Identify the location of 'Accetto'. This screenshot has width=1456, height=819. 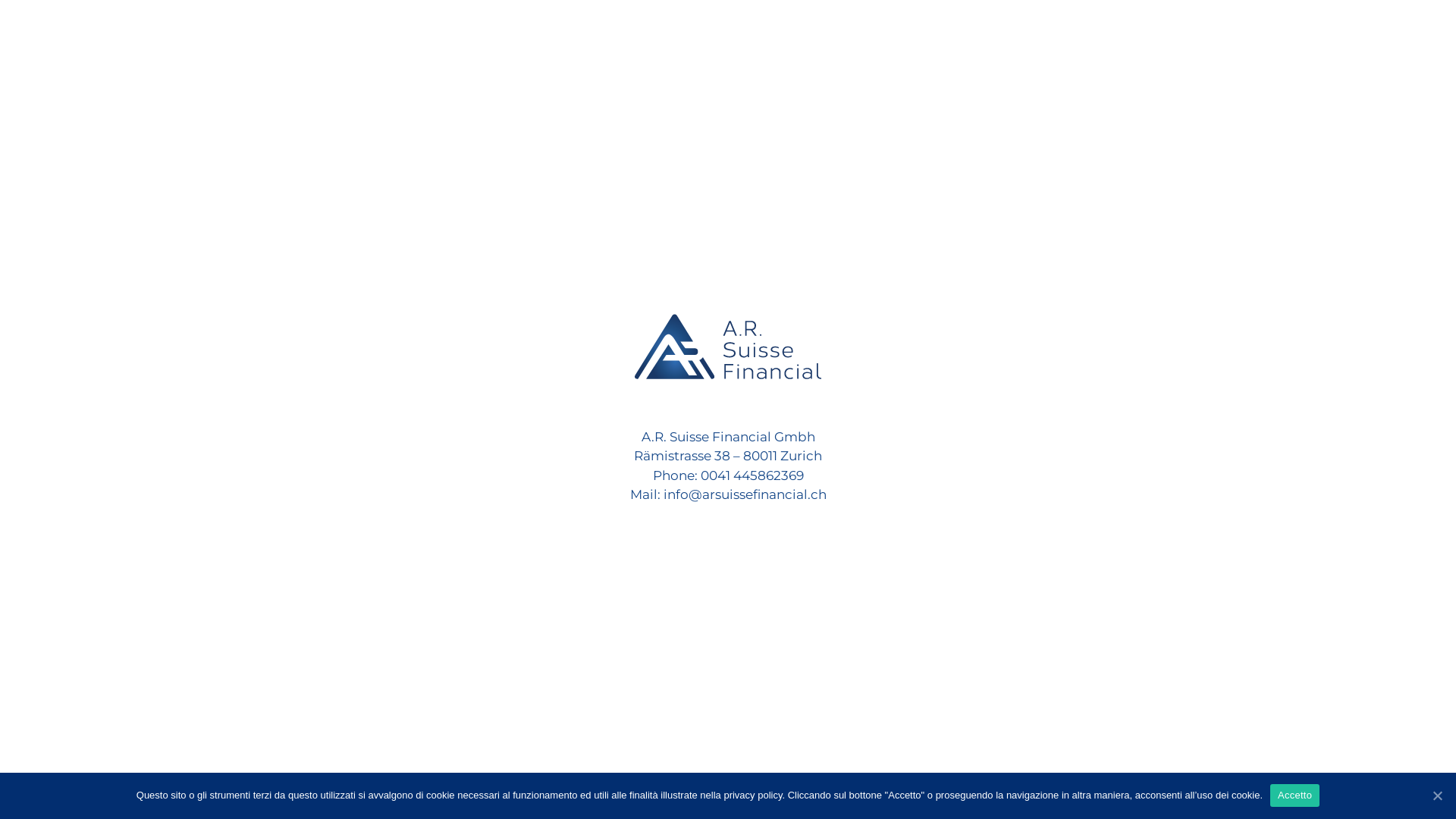
(1294, 795).